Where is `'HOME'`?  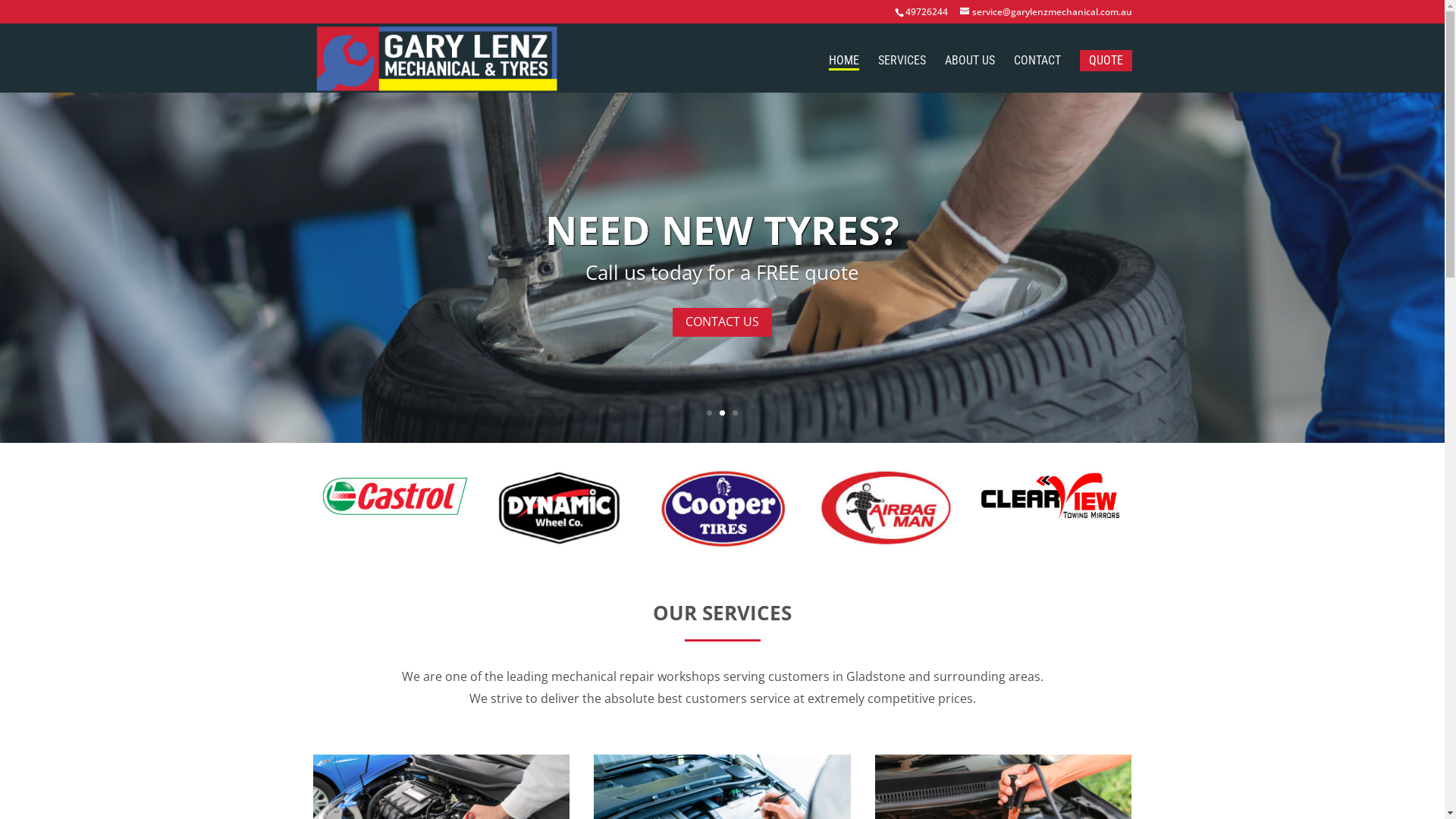 'HOME' is located at coordinates (827, 62).